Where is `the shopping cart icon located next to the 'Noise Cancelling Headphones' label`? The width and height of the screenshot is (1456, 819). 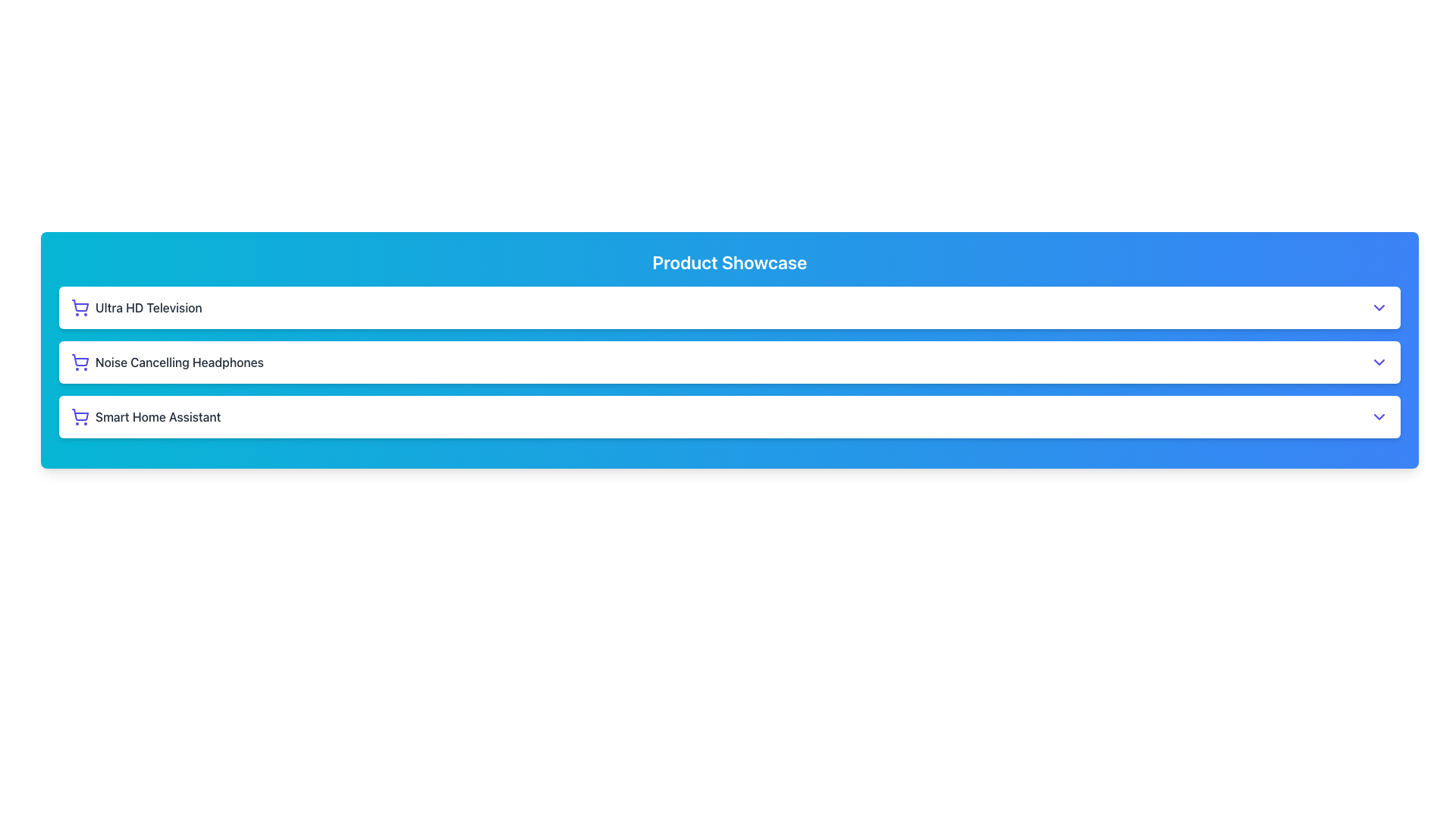
the shopping cart icon located next to the 'Noise Cancelling Headphones' label is located at coordinates (79, 360).